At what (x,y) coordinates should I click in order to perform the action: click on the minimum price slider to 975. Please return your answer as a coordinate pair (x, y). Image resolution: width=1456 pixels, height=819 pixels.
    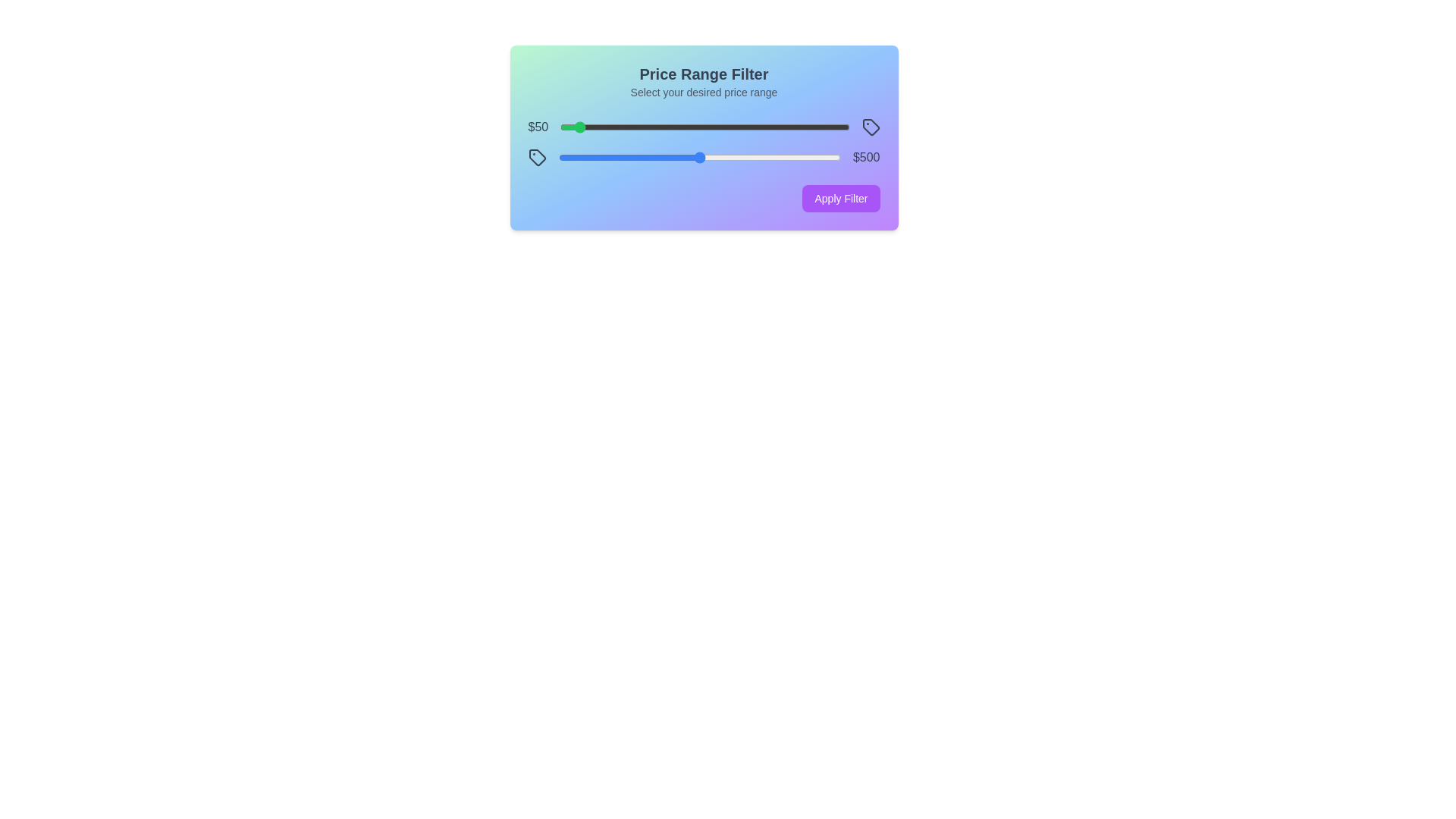
    Looking at the image, I should click on (841, 127).